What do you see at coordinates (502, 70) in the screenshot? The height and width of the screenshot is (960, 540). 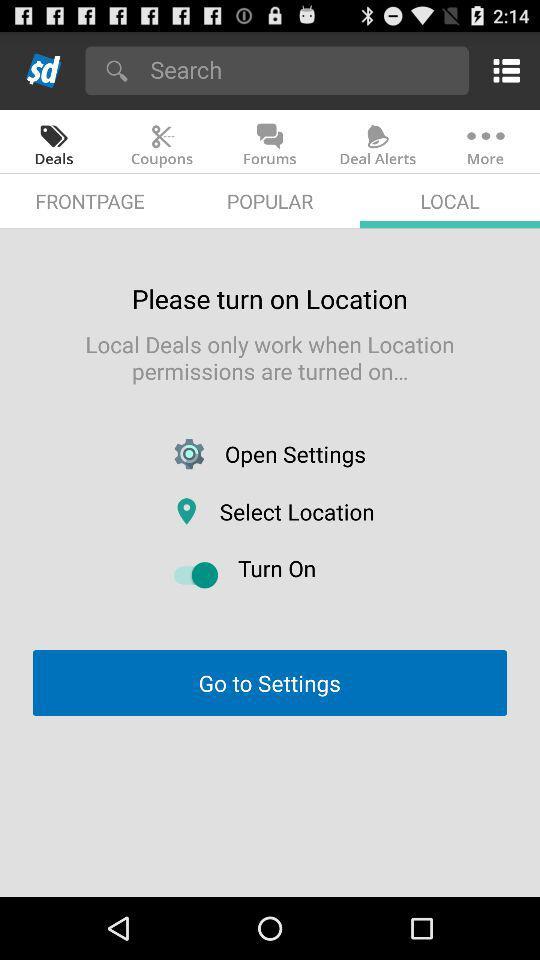 I see `activate the menu` at bounding box center [502, 70].